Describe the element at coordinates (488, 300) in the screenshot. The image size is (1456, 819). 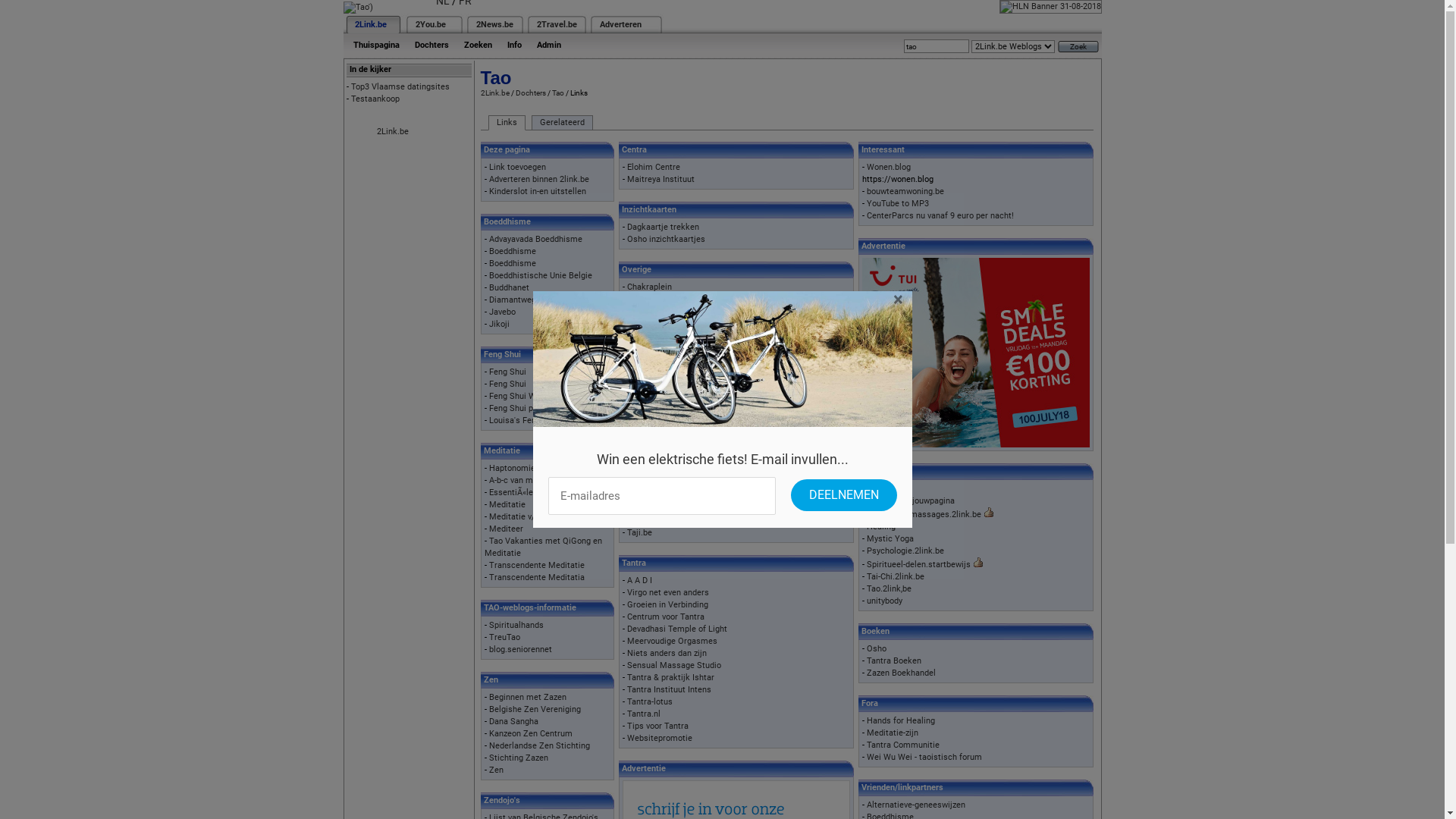
I see `'Diamantweg-boeddhisme'` at that location.